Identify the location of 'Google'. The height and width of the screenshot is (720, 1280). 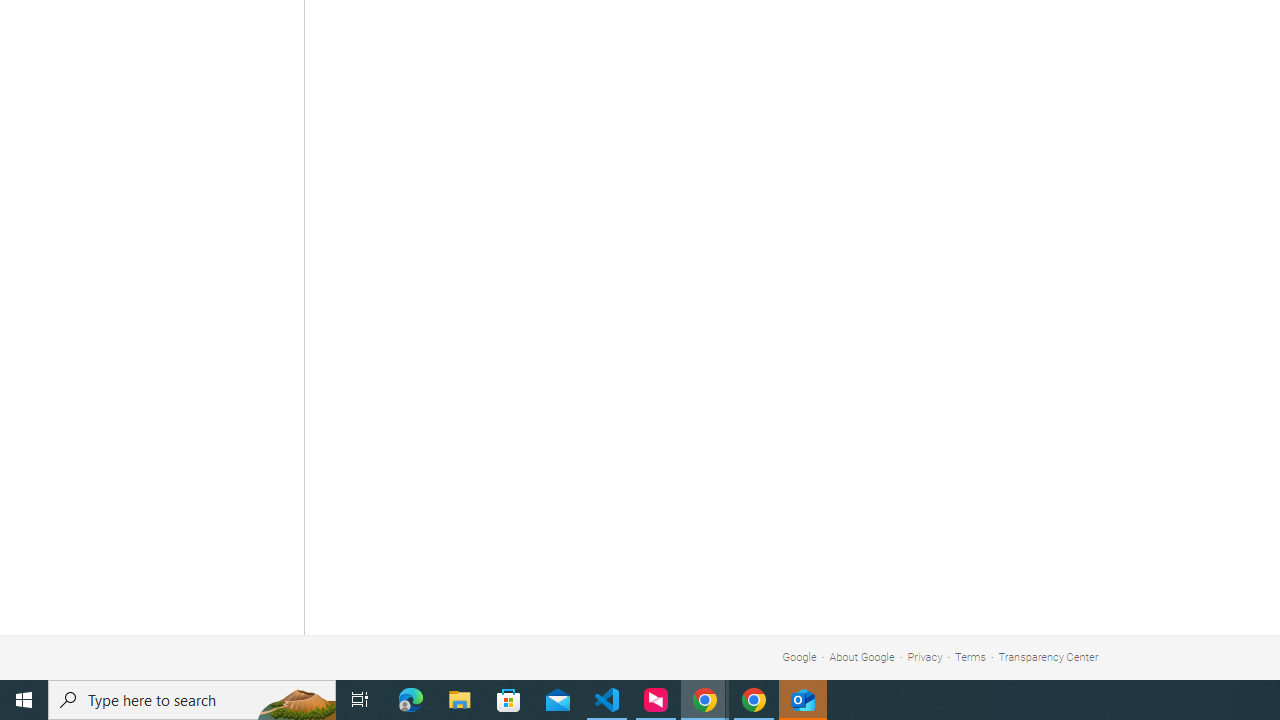
(798, 657).